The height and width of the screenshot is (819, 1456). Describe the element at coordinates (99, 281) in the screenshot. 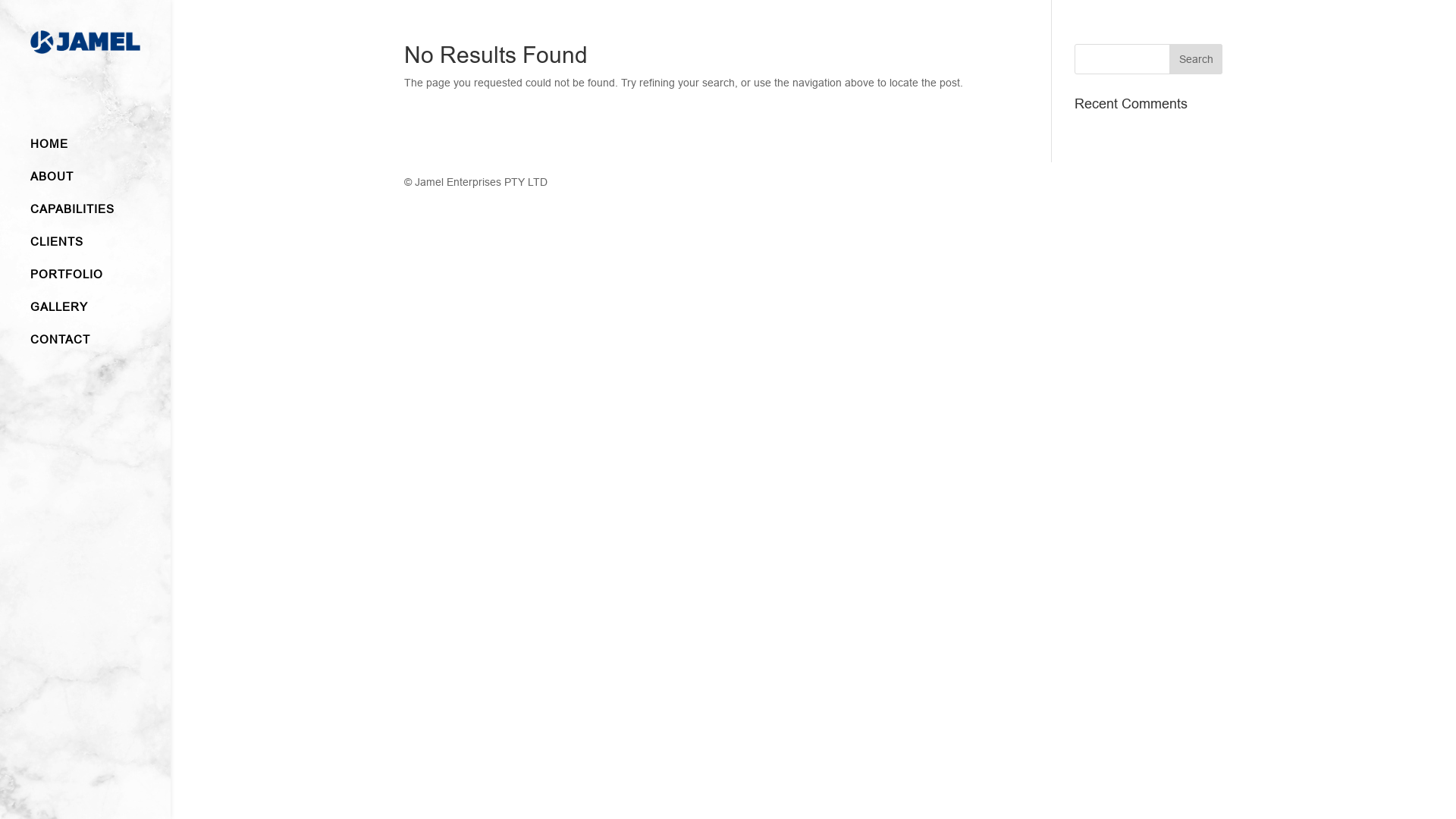

I see `'PORTFOLIO'` at that location.